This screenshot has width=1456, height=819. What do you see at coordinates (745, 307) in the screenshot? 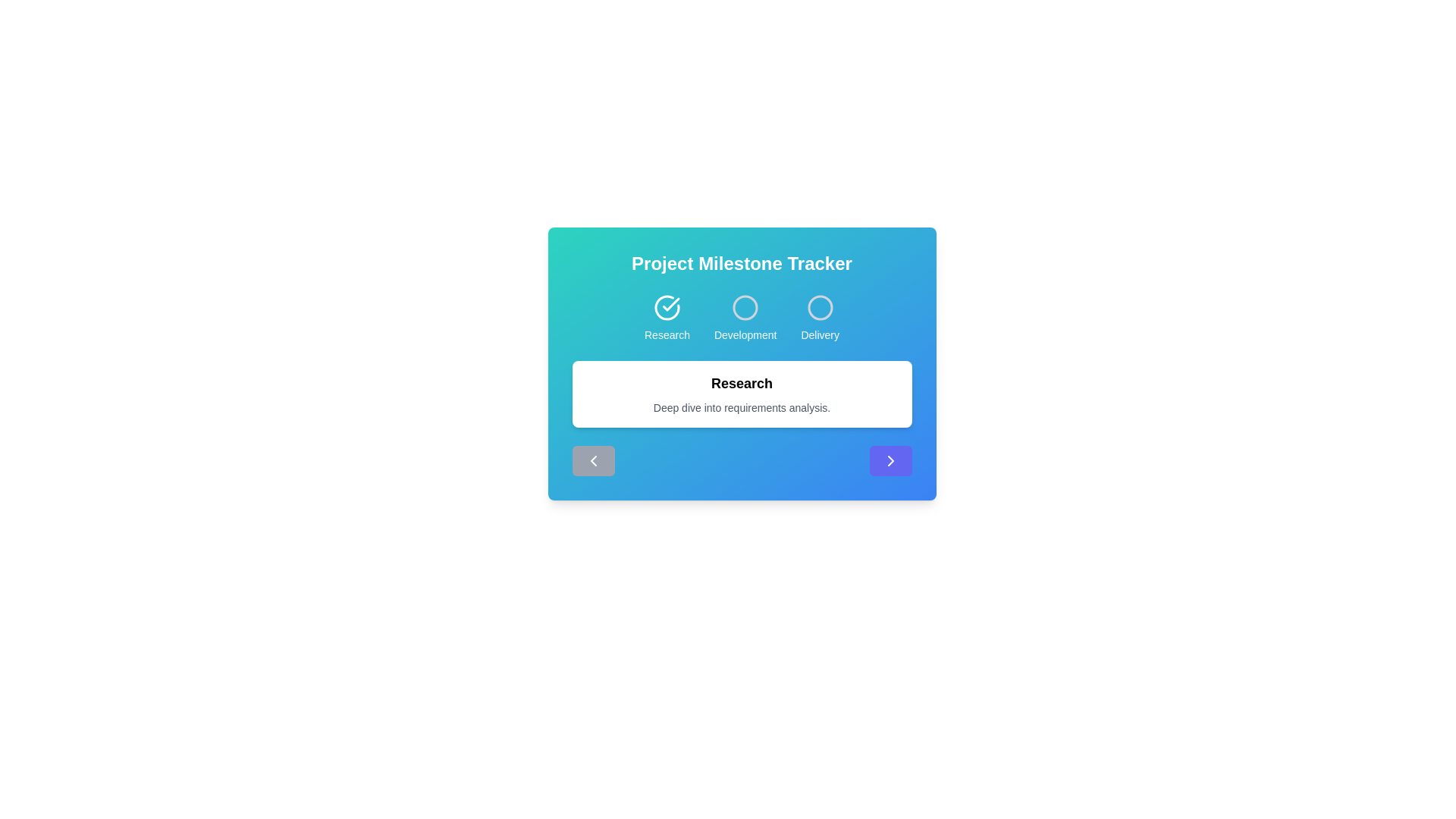
I see `the second icon in the horizontal grouping at the top-center area of the interface, which indicates the 'Development' stage, positioned above the label 'Development'` at bounding box center [745, 307].